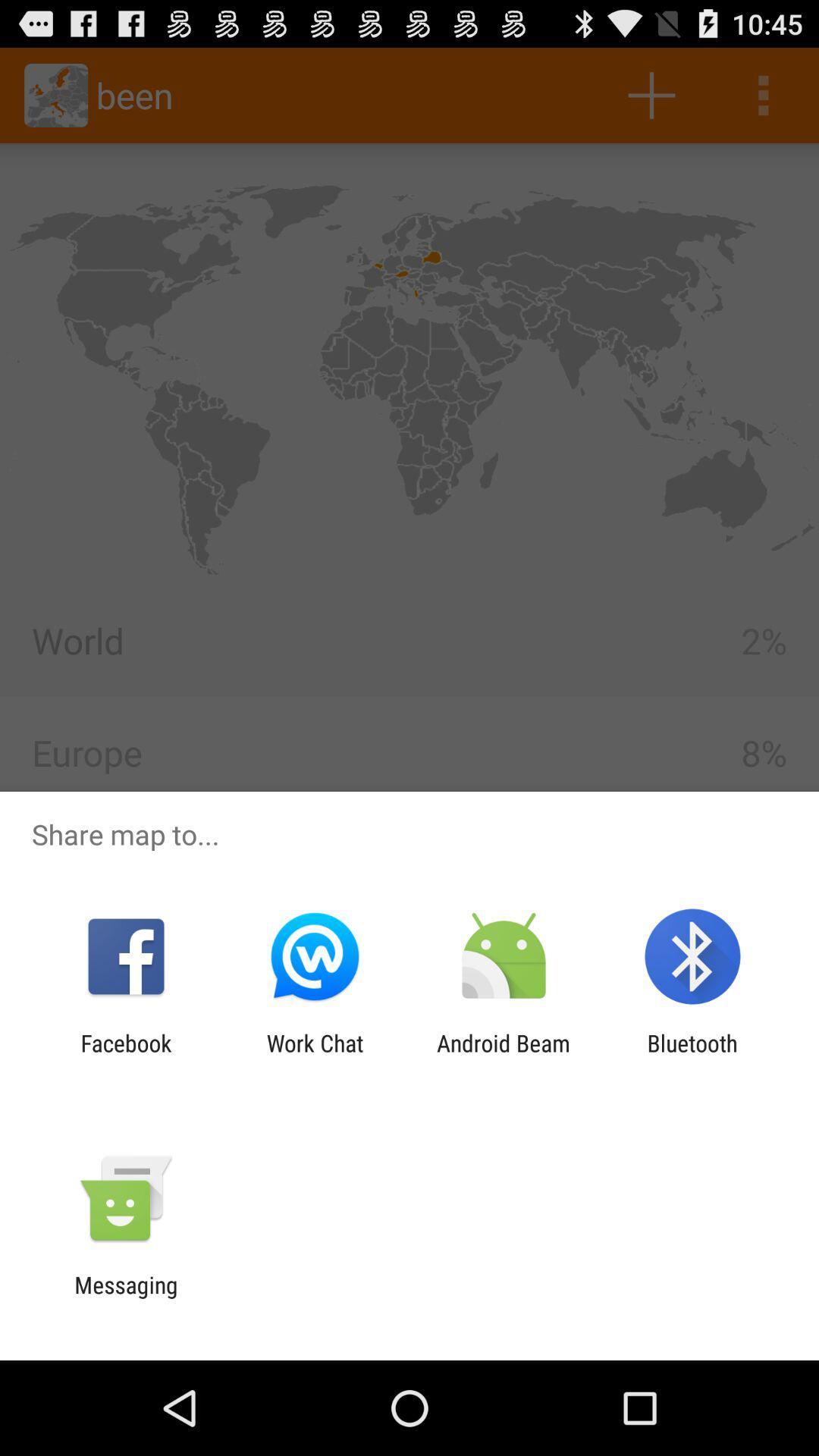 This screenshot has width=819, height=1456. What do you see at coordinates (125, 1056) in the screenshot?
I see `facebook icon` at bounding box center [125, 1056].